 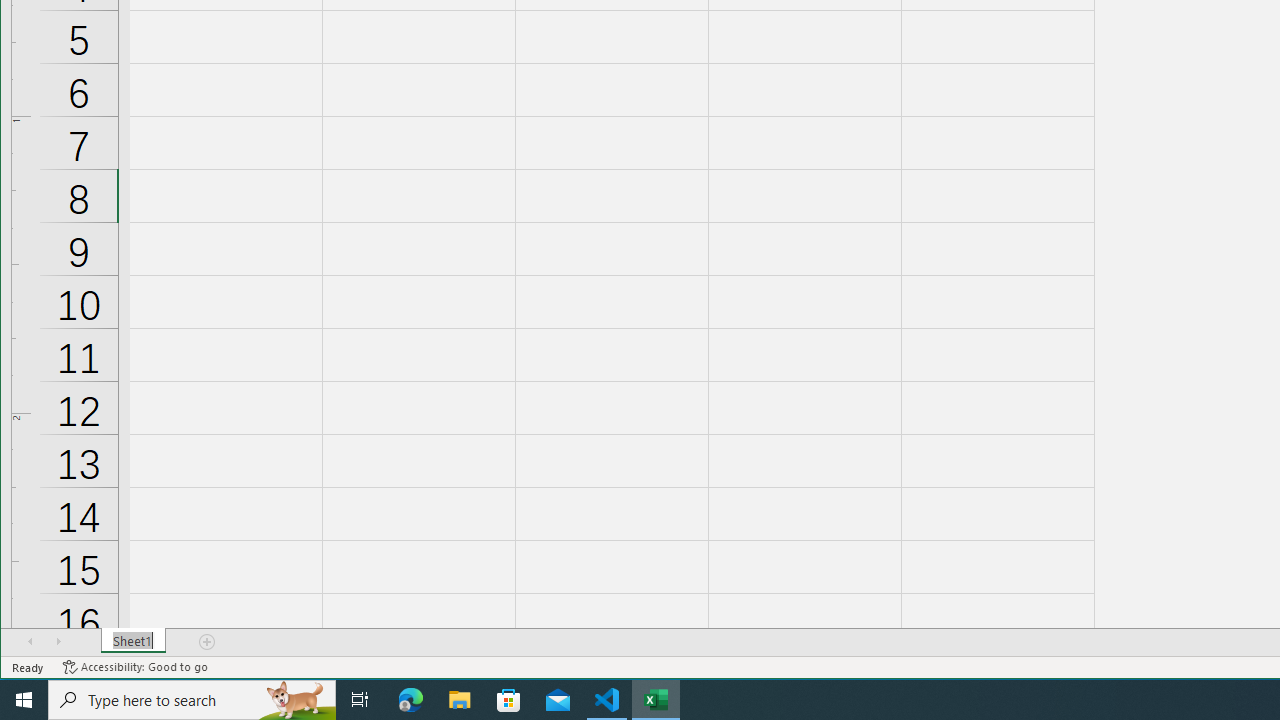 I want to click on 'Sheet Tab', so click(x=132, y=641).